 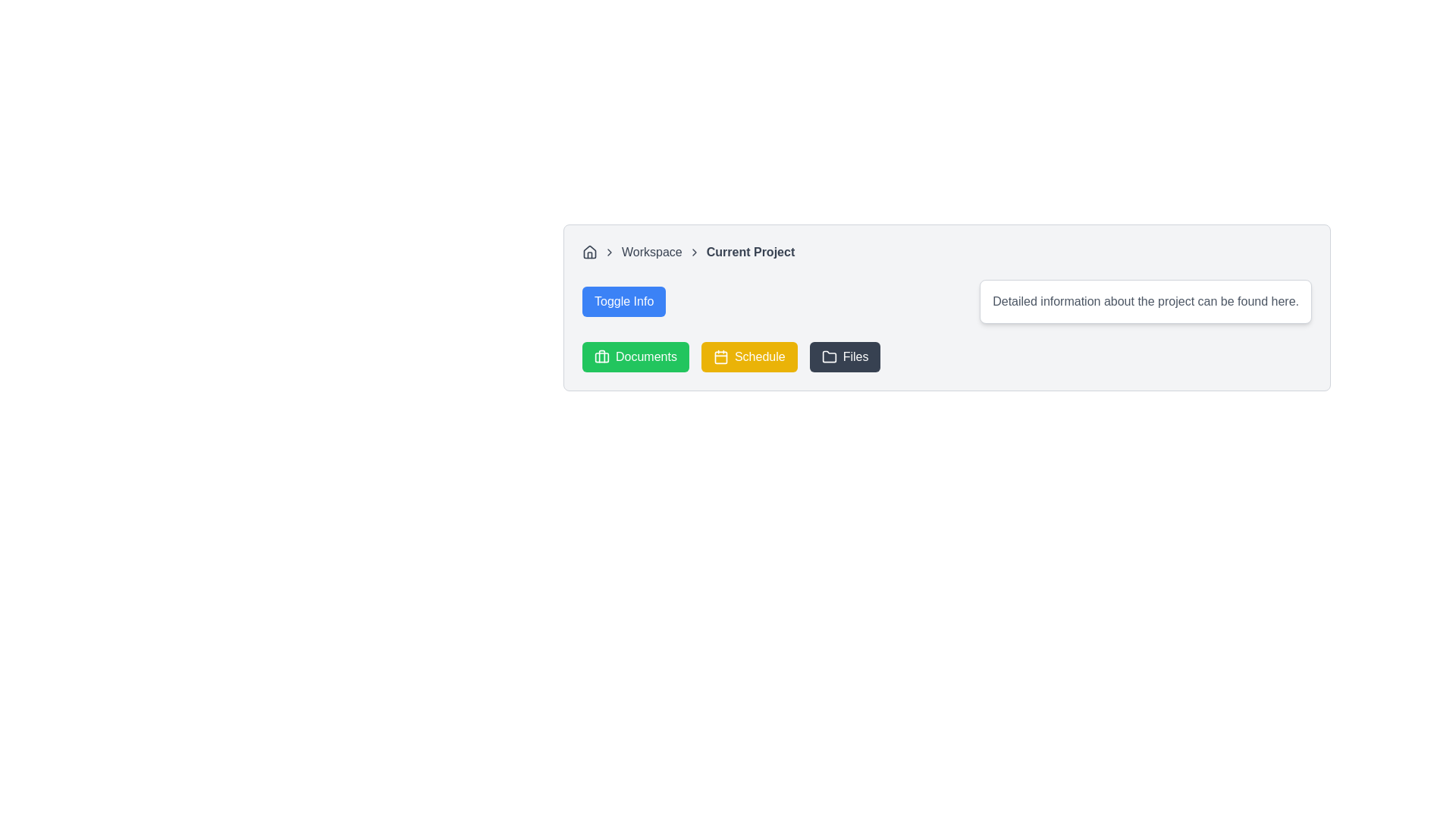 I want to click on the house icon button, so click(x=588, y=251).